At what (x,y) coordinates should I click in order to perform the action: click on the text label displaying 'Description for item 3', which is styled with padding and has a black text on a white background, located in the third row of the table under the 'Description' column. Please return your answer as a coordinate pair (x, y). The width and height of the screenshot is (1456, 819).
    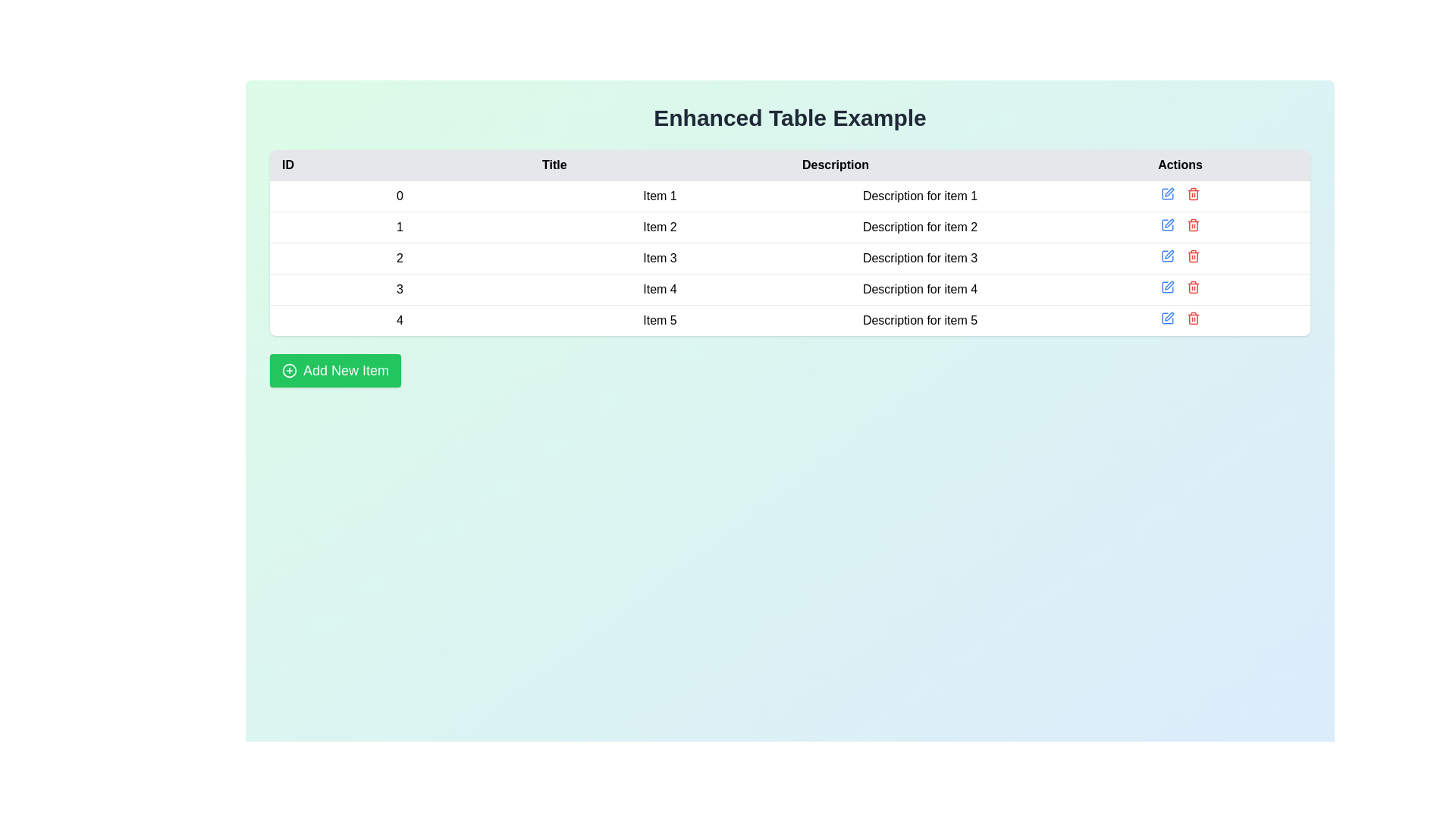
    Looking at the image, I should click on (919, 257).